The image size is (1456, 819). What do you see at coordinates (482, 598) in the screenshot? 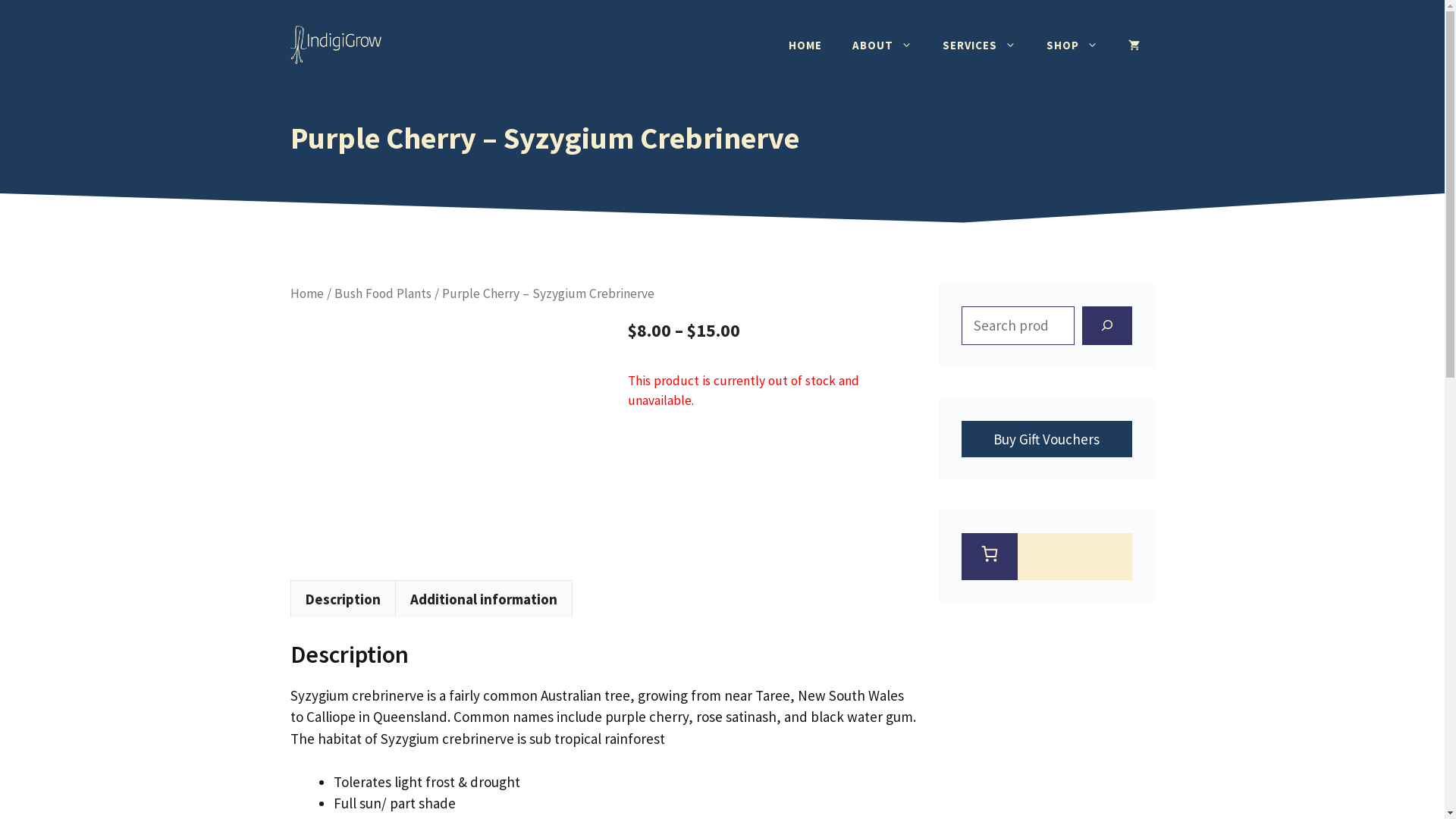
I see `'Additional information'` at bounding box center [482, 598].